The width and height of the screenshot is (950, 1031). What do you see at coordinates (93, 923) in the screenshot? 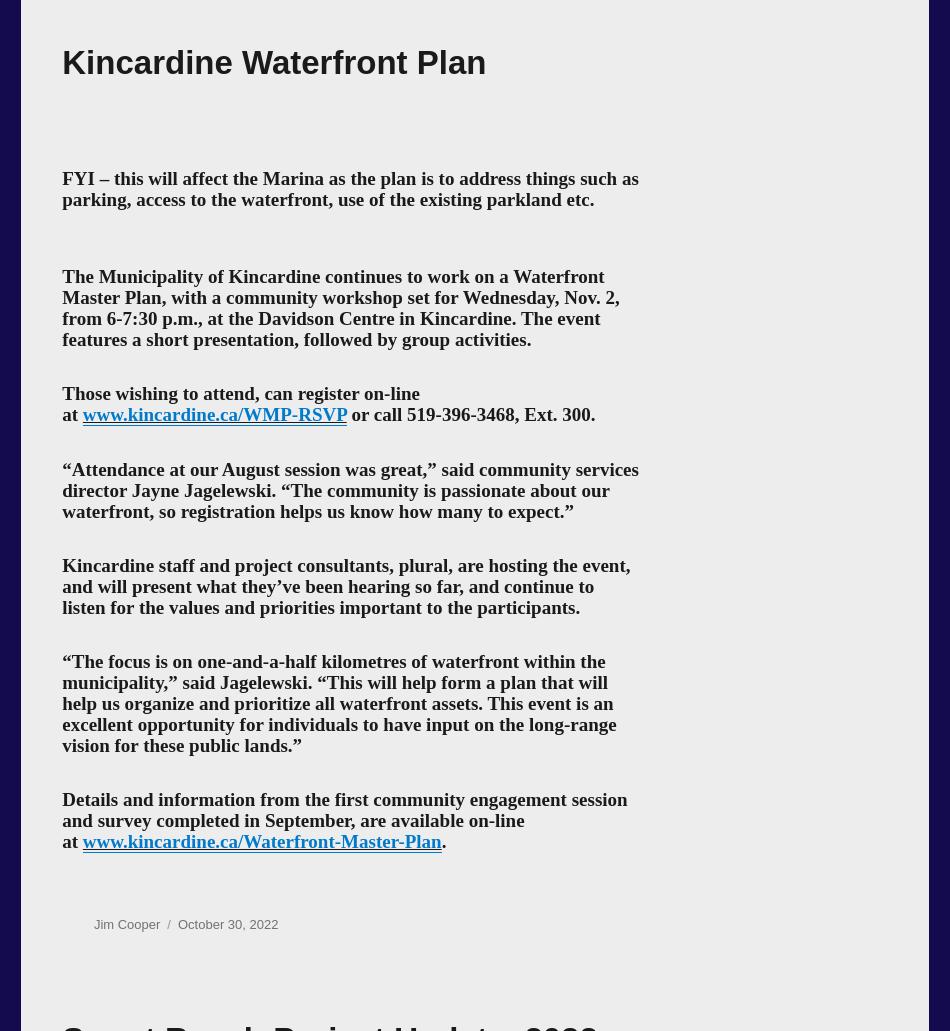
I see `'Jim Cooper'` at bounding box center [93, 923].